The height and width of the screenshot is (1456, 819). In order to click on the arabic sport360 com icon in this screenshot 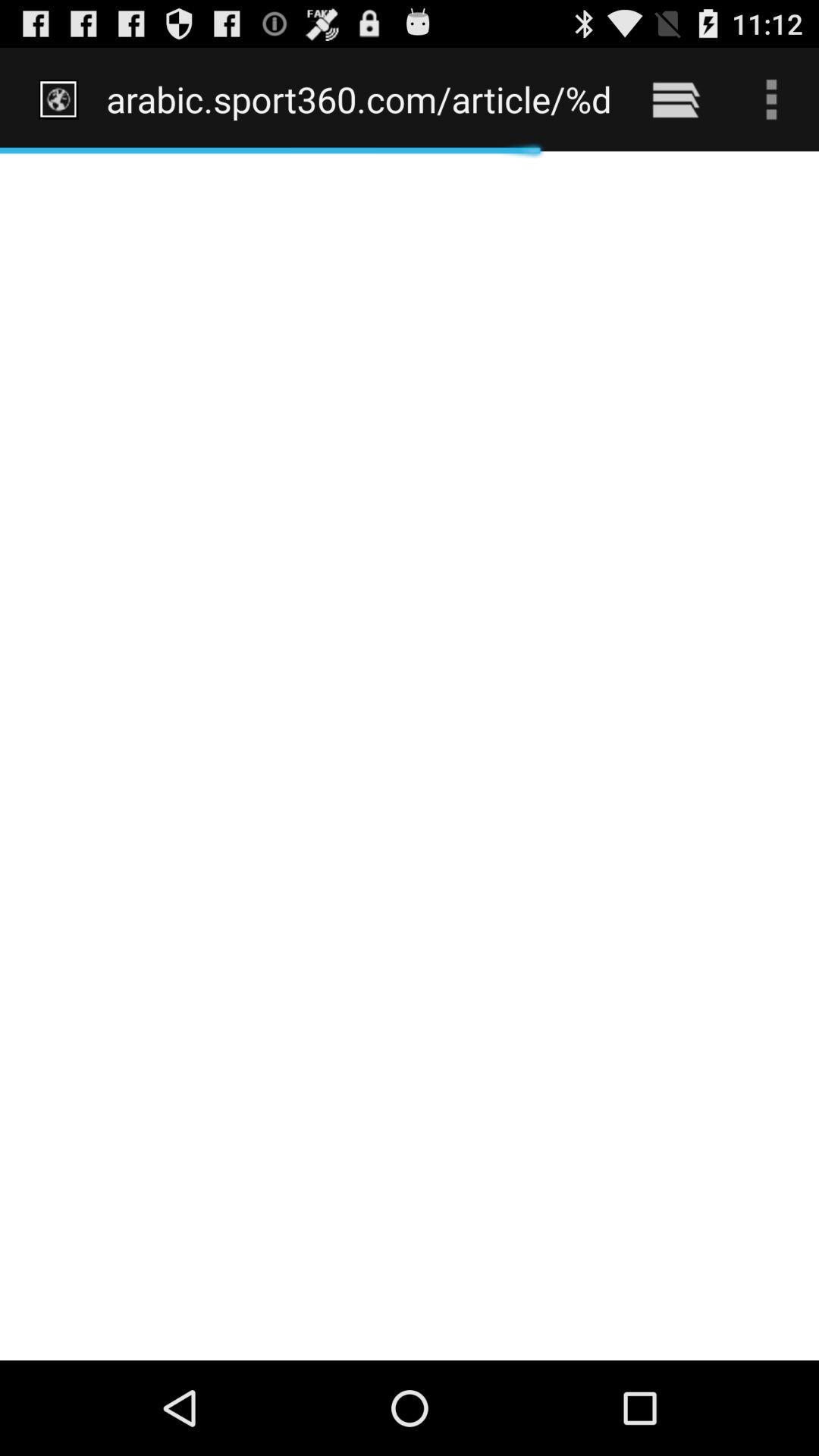, I will do `click(358, 99)`.